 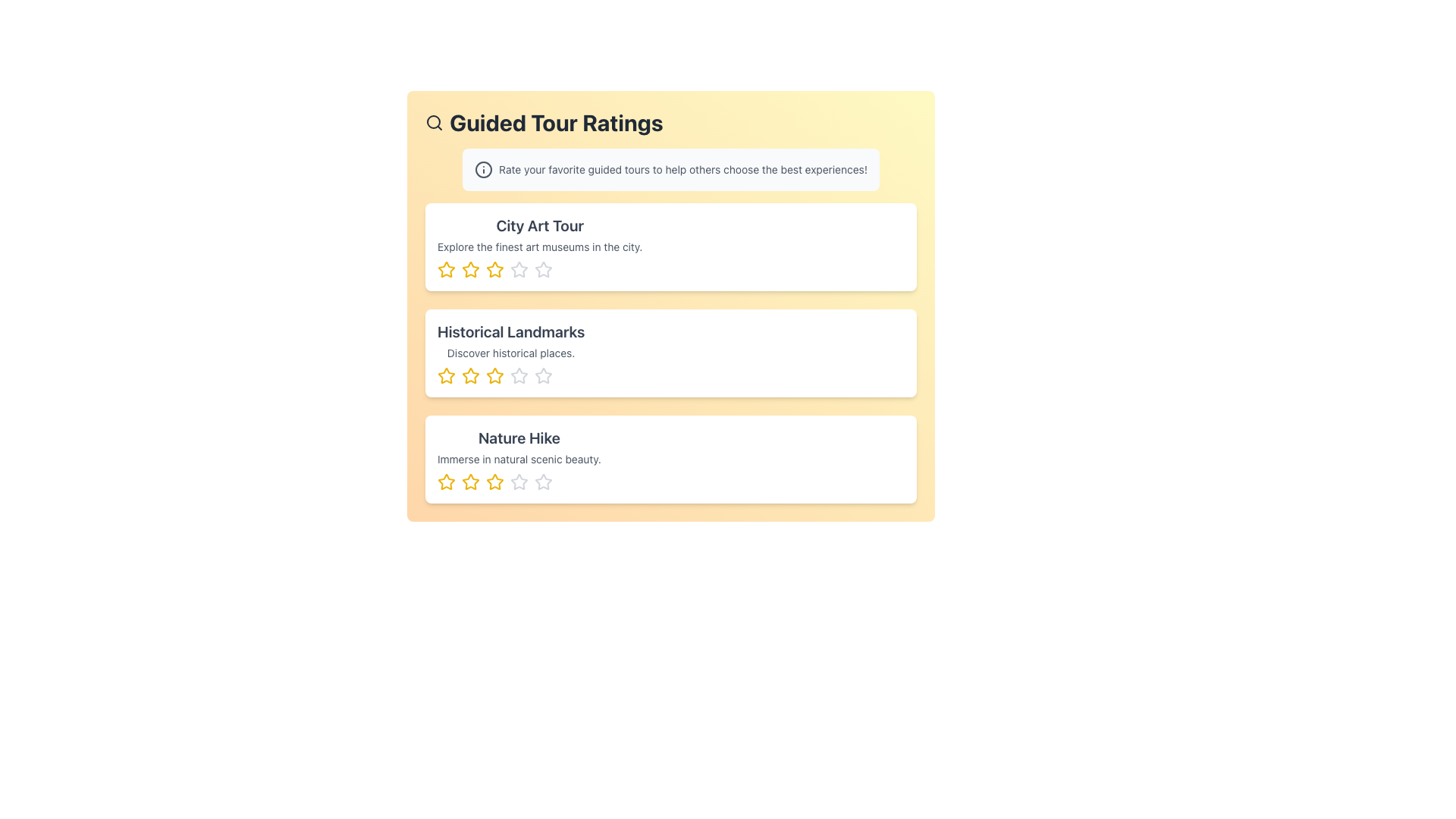 I want to click on the third star in the rating system for the 'Historical Landmarks' section to set the rating level, so click(x=494, y=375).